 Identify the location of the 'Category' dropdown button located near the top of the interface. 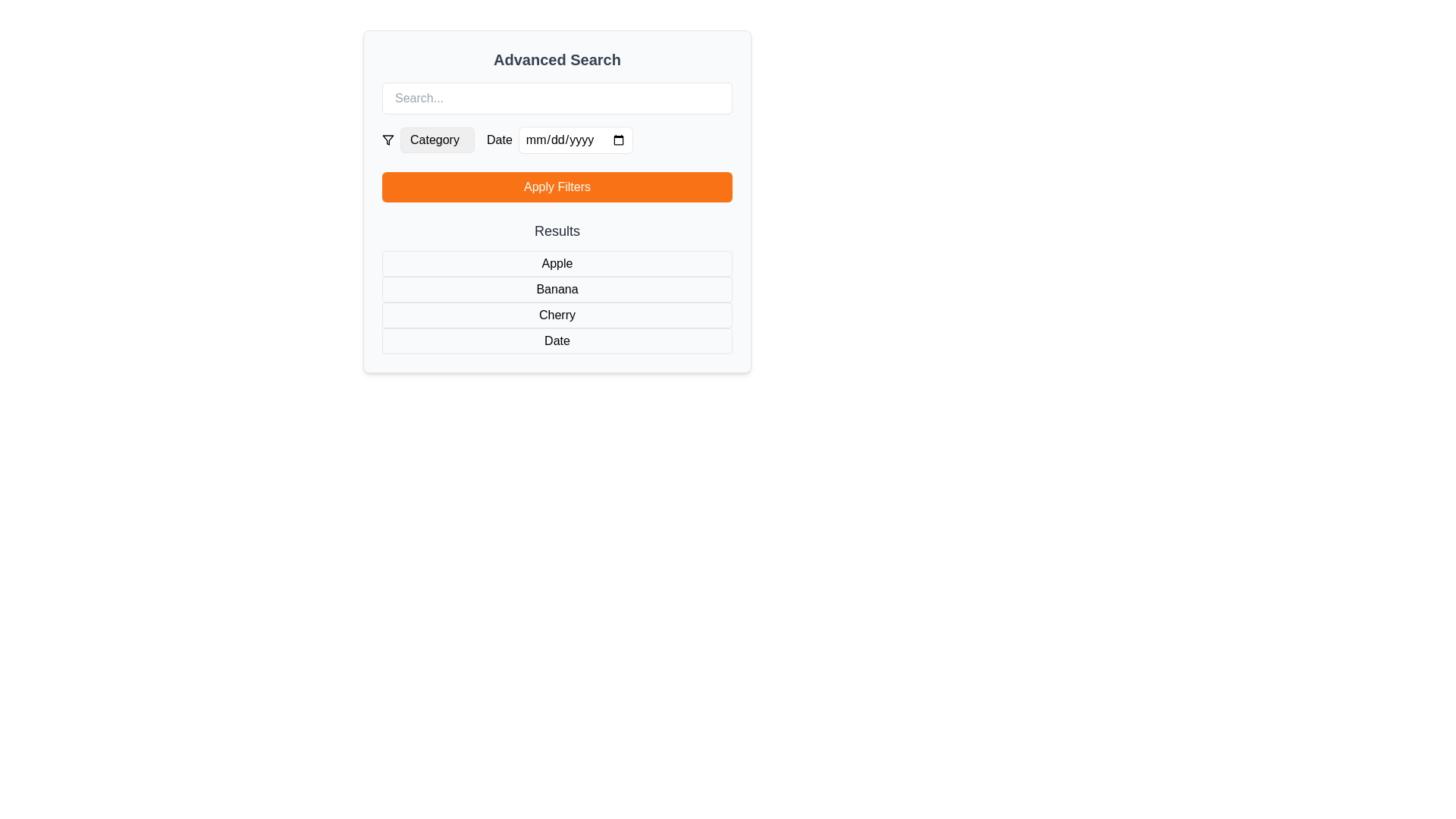
(436, 140).